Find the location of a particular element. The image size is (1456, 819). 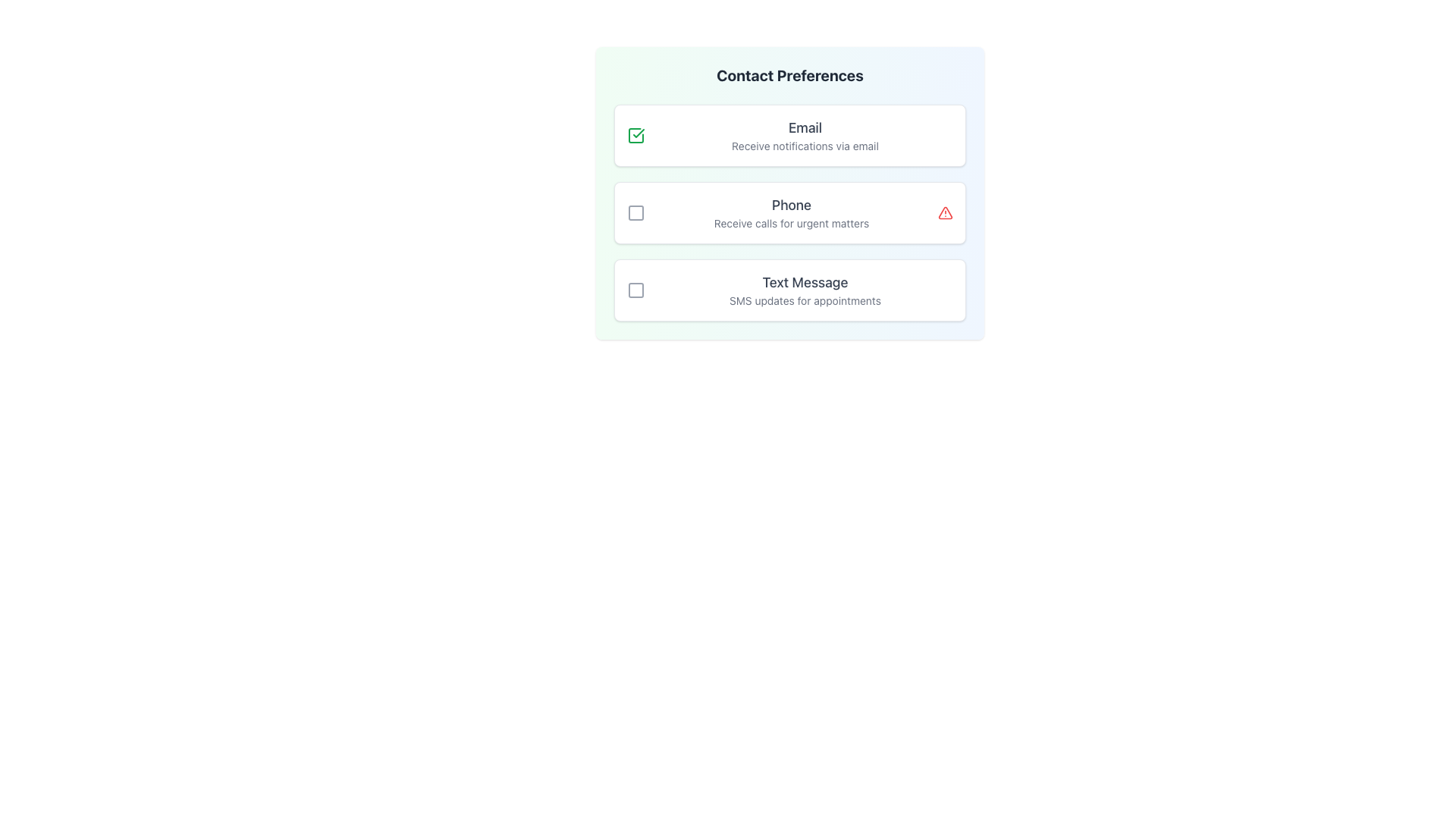

the descriptive text label reading 'SMS updates for appointments' that is styled in gray and positioned under the 'Text Message' heading is located at coordinates (804, 301).